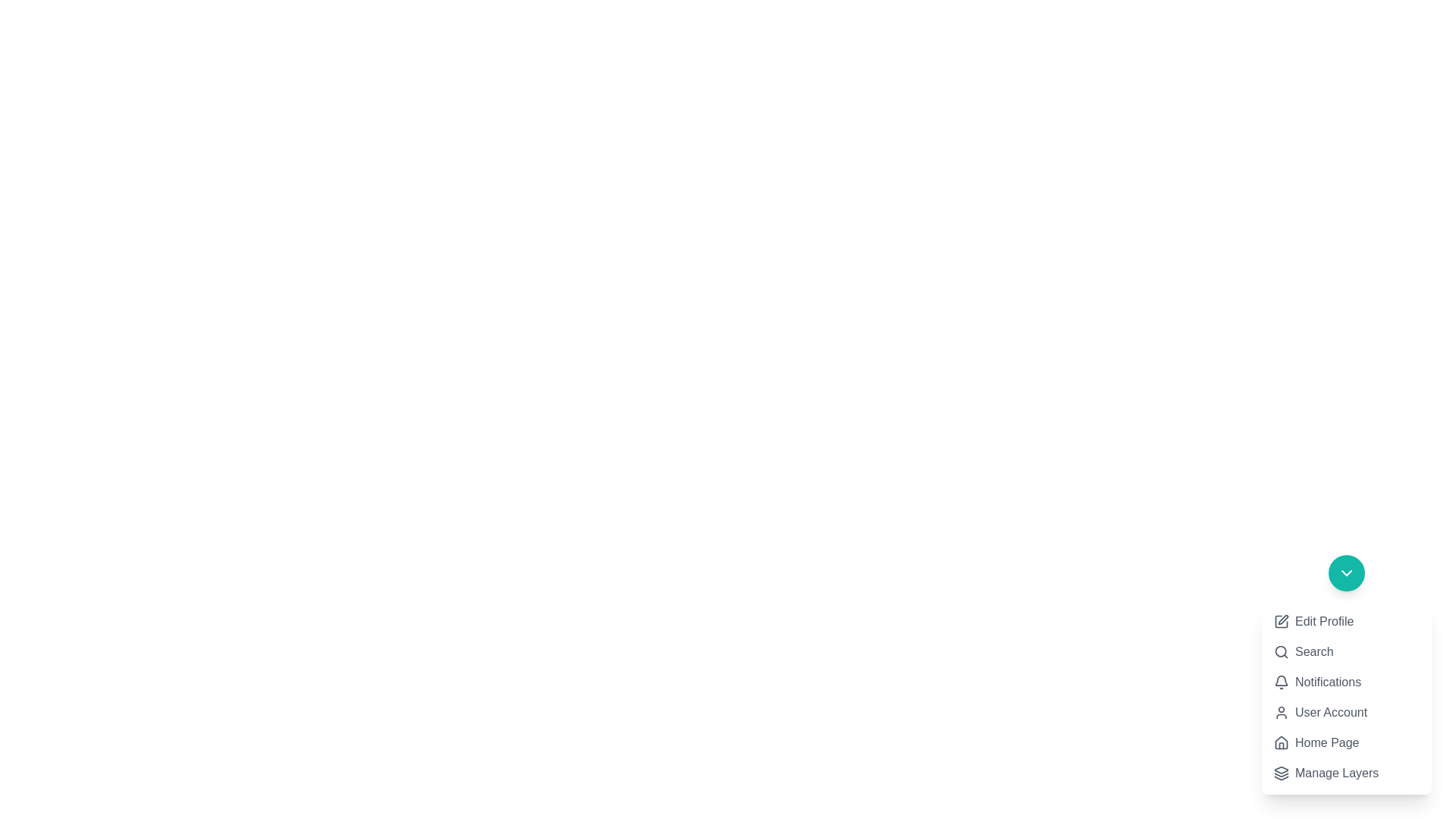 The height and width of the screenshot is (819, 1456). I want to click on the 'Home Page' text label in the dropdown menu, so click(1326, 742).